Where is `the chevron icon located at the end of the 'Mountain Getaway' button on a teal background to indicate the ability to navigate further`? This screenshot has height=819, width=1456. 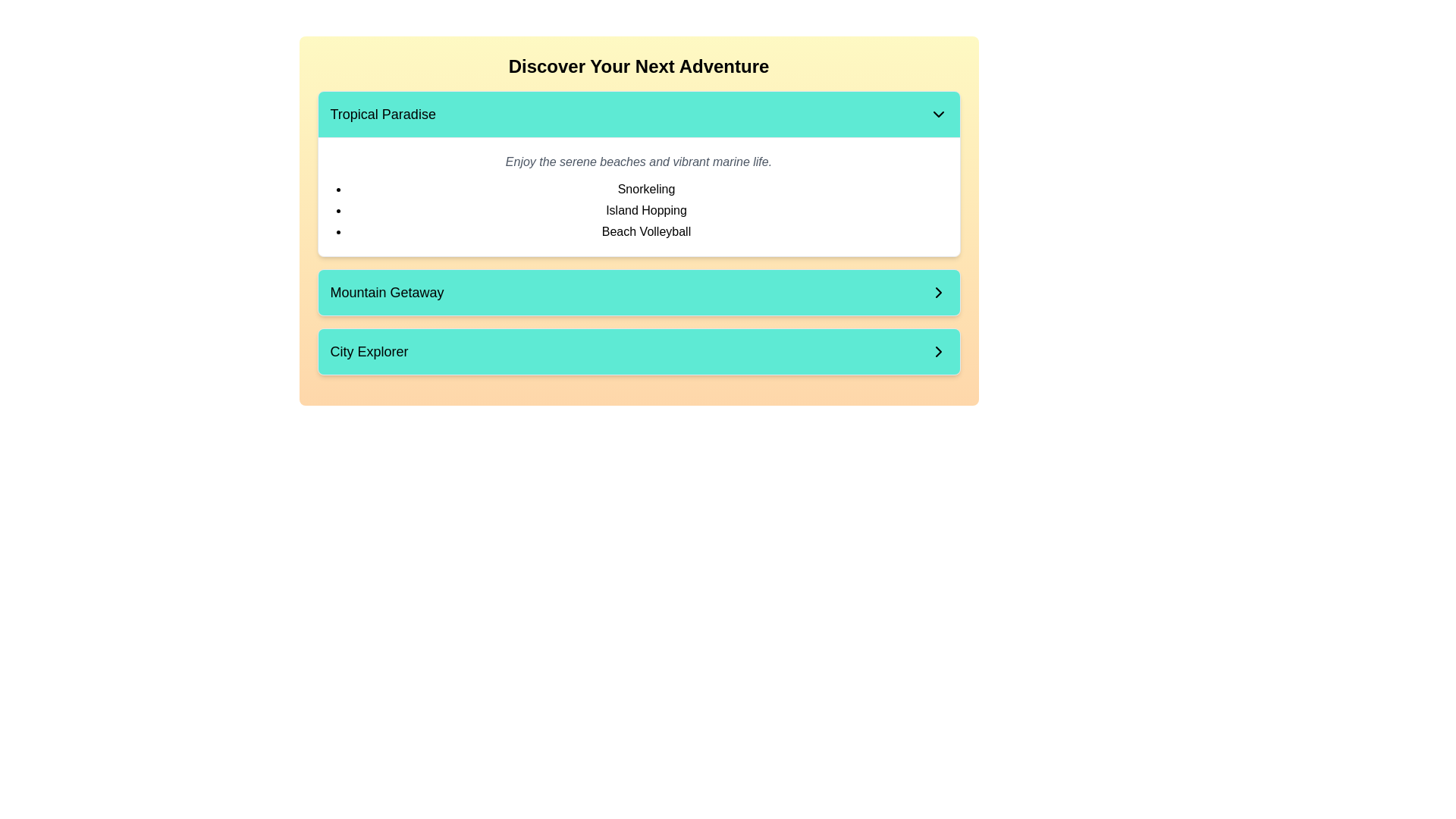 the chevron icon located at the end of the 'Mountain Getaway' button on a teal background to indicate the ability to navigate further is located at coordinates (937, 292).